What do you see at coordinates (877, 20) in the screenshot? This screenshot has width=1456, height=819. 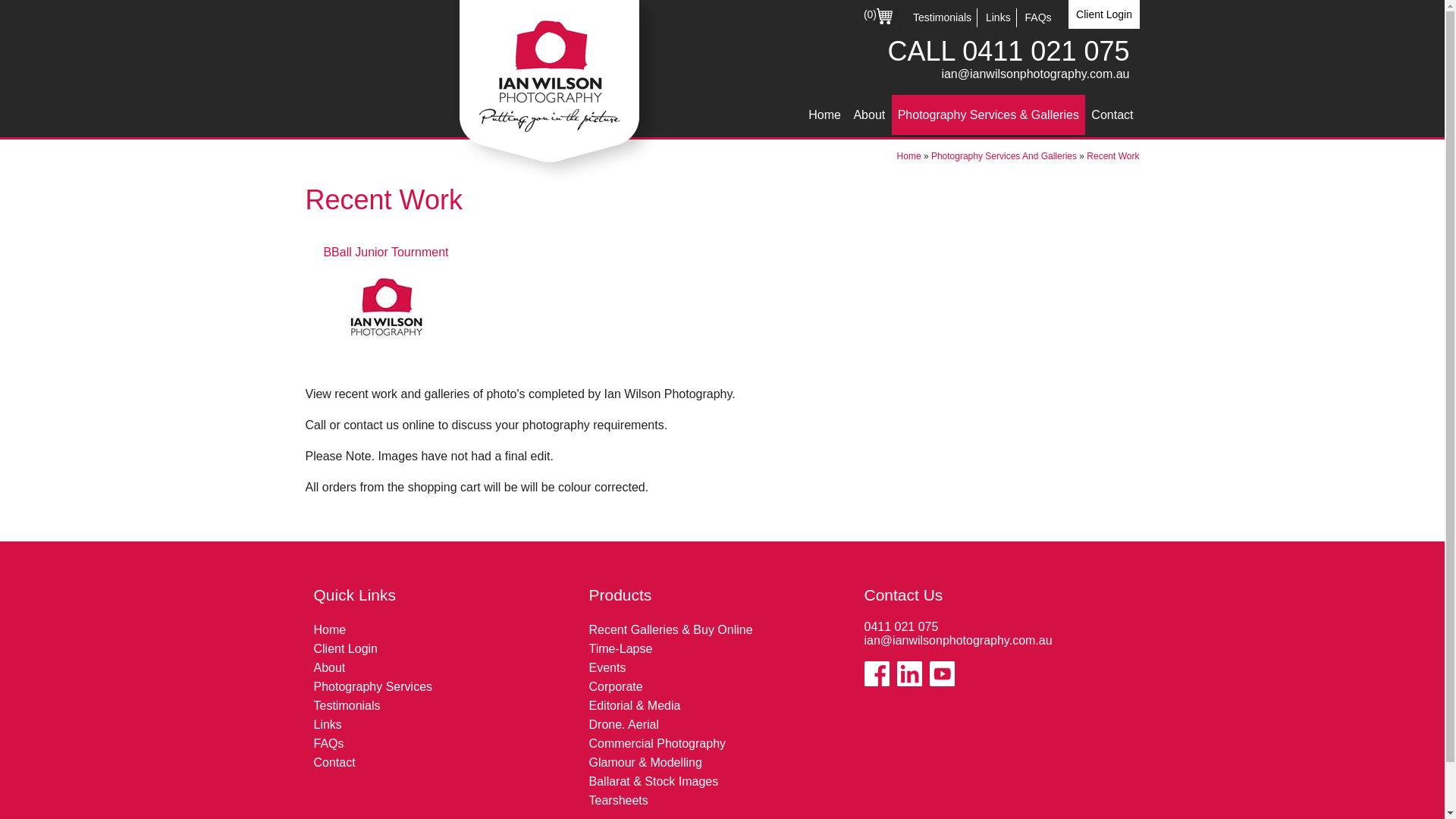 I see `'(0)'` at bounding box center [877, 20].